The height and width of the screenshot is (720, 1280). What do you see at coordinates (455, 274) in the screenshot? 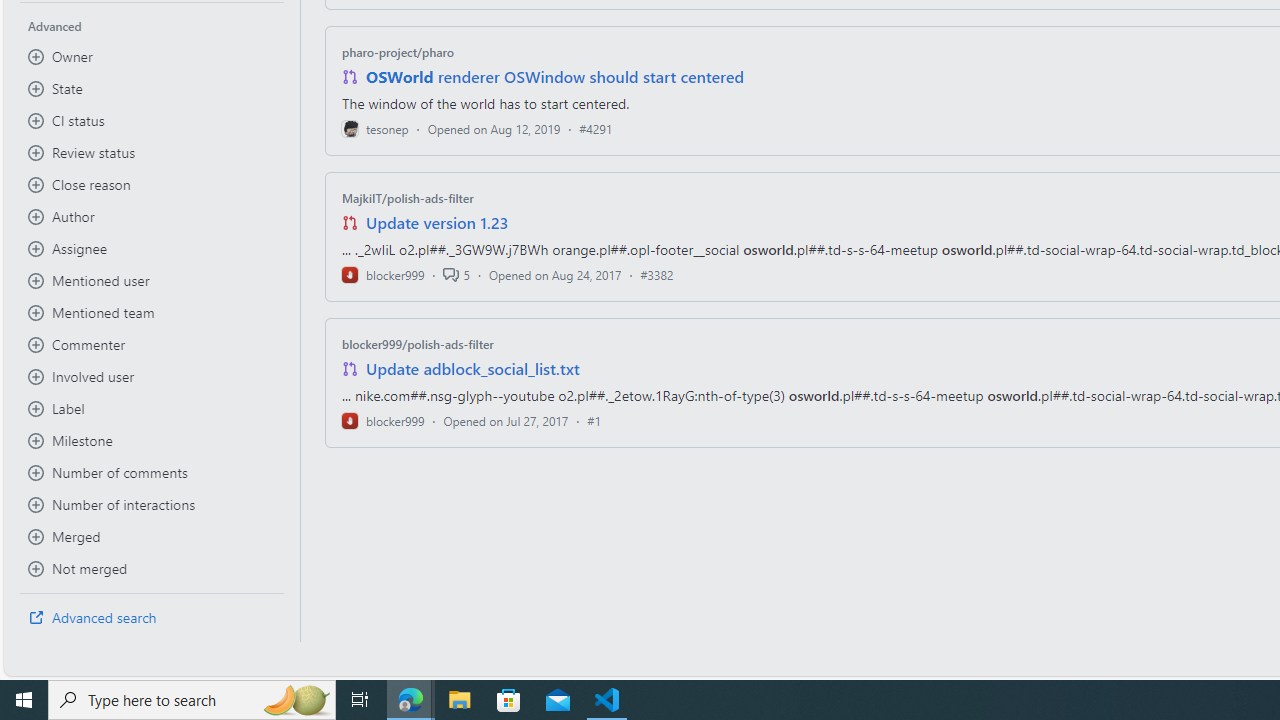
I see `'5'` at bounding box center [455, 274].